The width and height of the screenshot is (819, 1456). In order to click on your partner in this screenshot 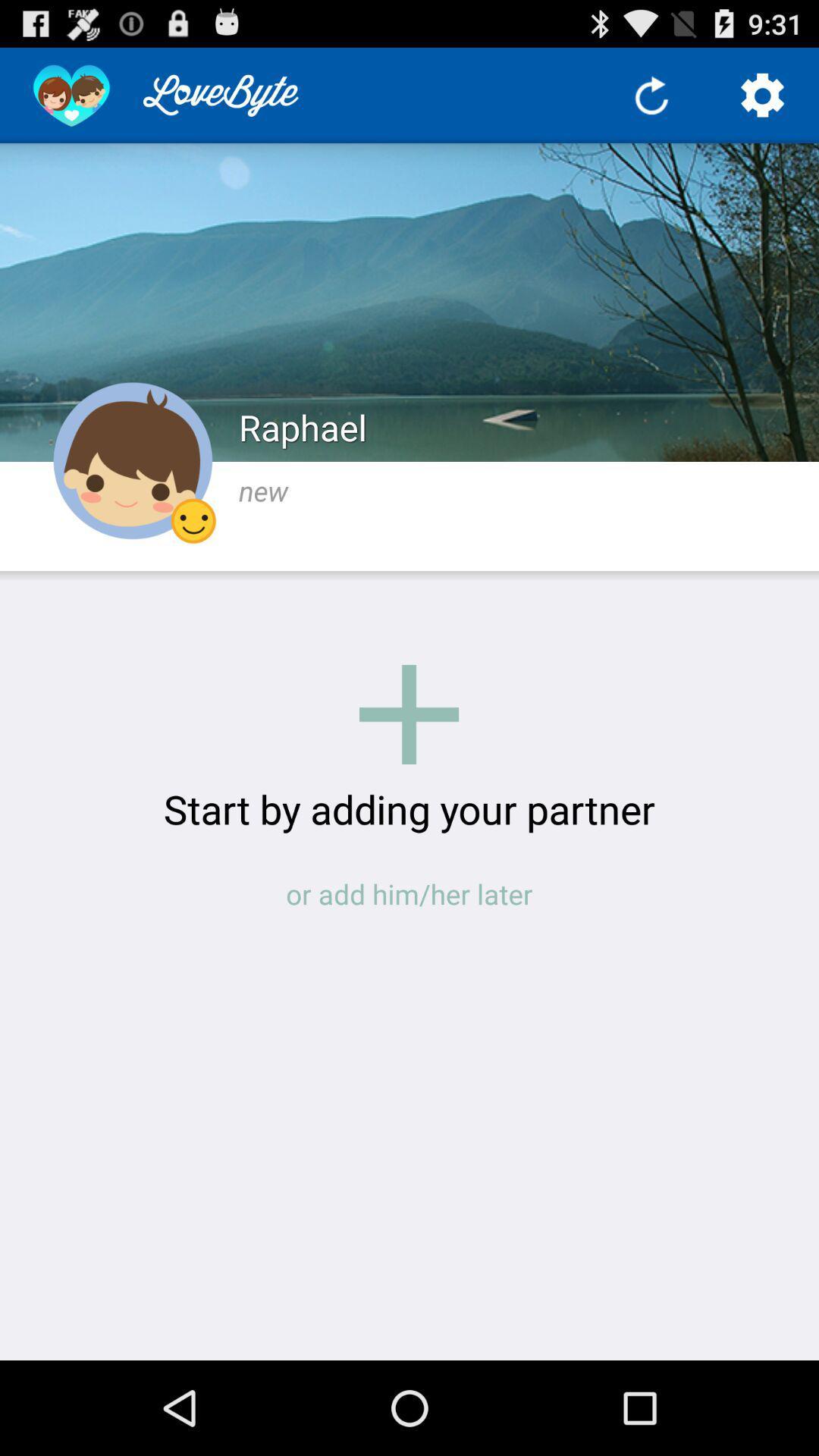, I will do `click(408, 714)`.